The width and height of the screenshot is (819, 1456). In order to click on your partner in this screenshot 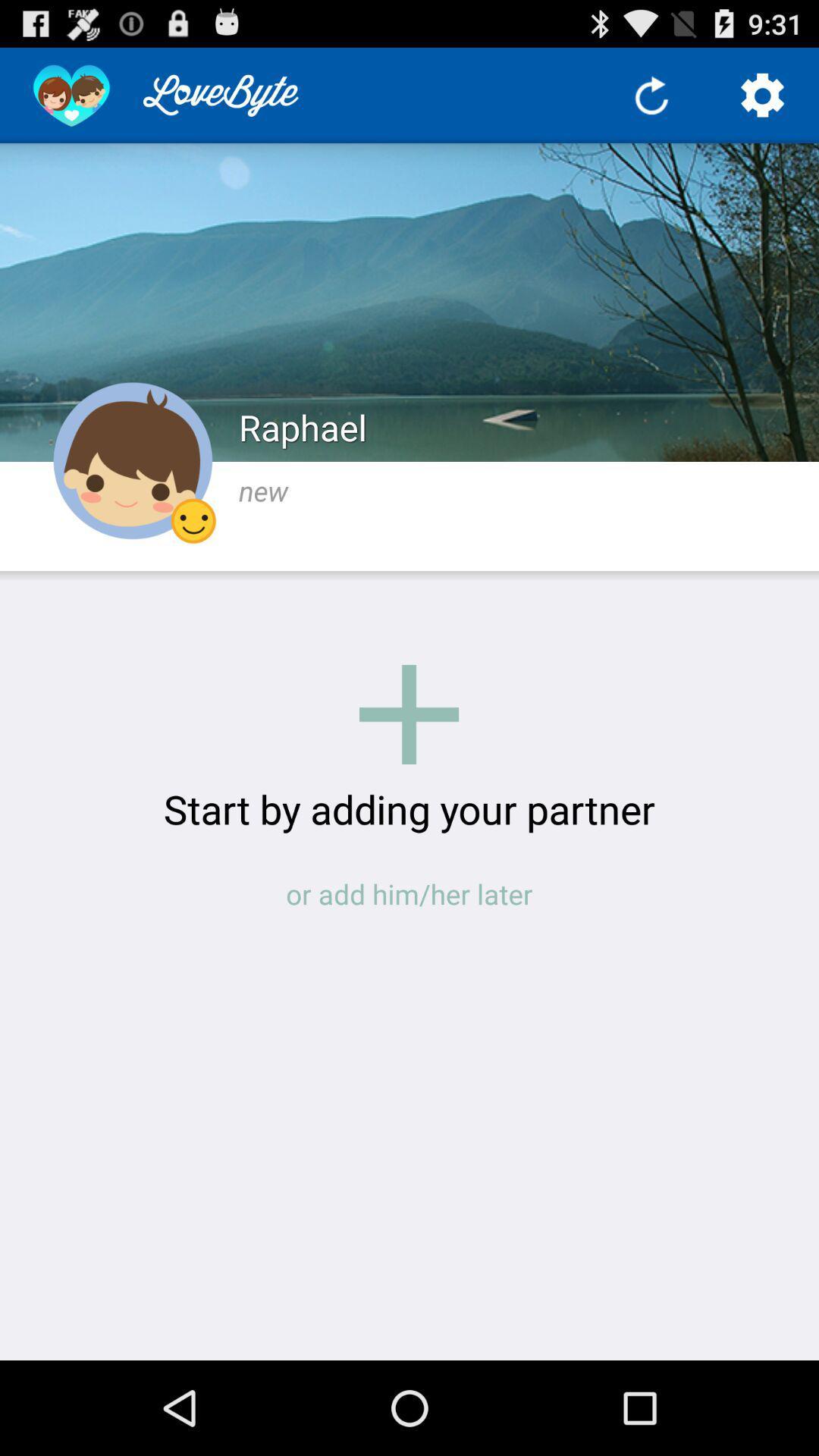, I will do `click(408, 714)`.